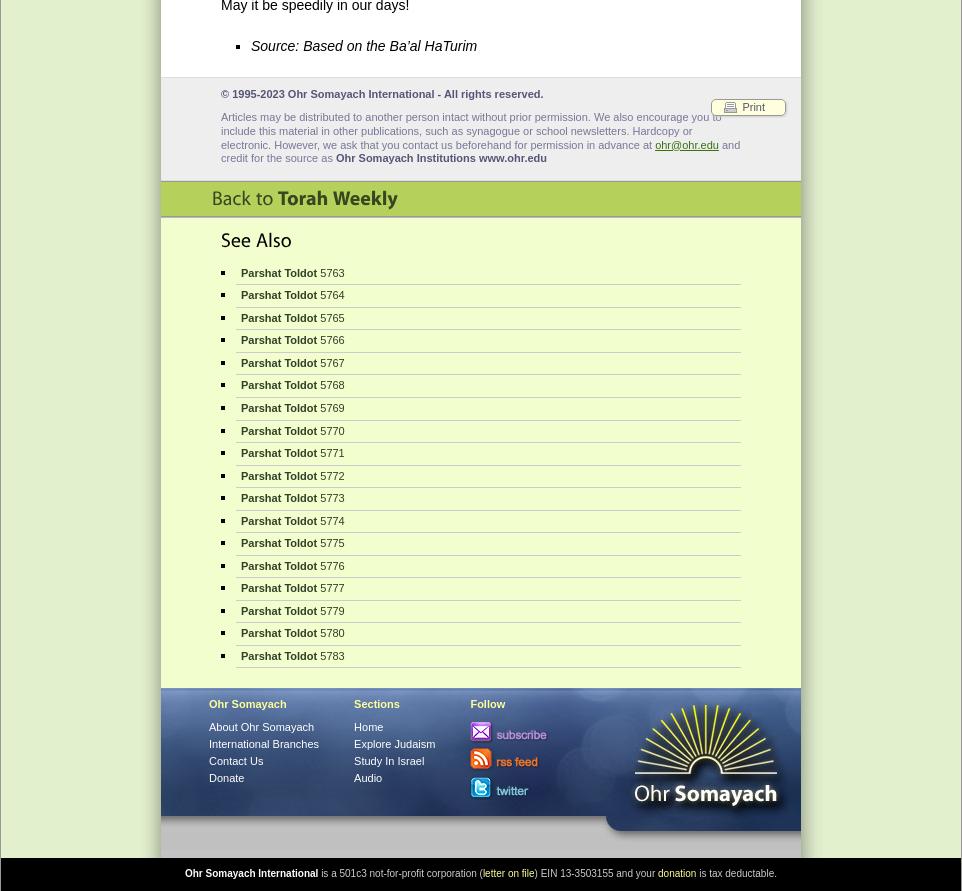 The image size is (962, 891). What do you see at coordinates (329, 564) in the screenshot?
I see `'5776'` at bounding box center [329, 564].